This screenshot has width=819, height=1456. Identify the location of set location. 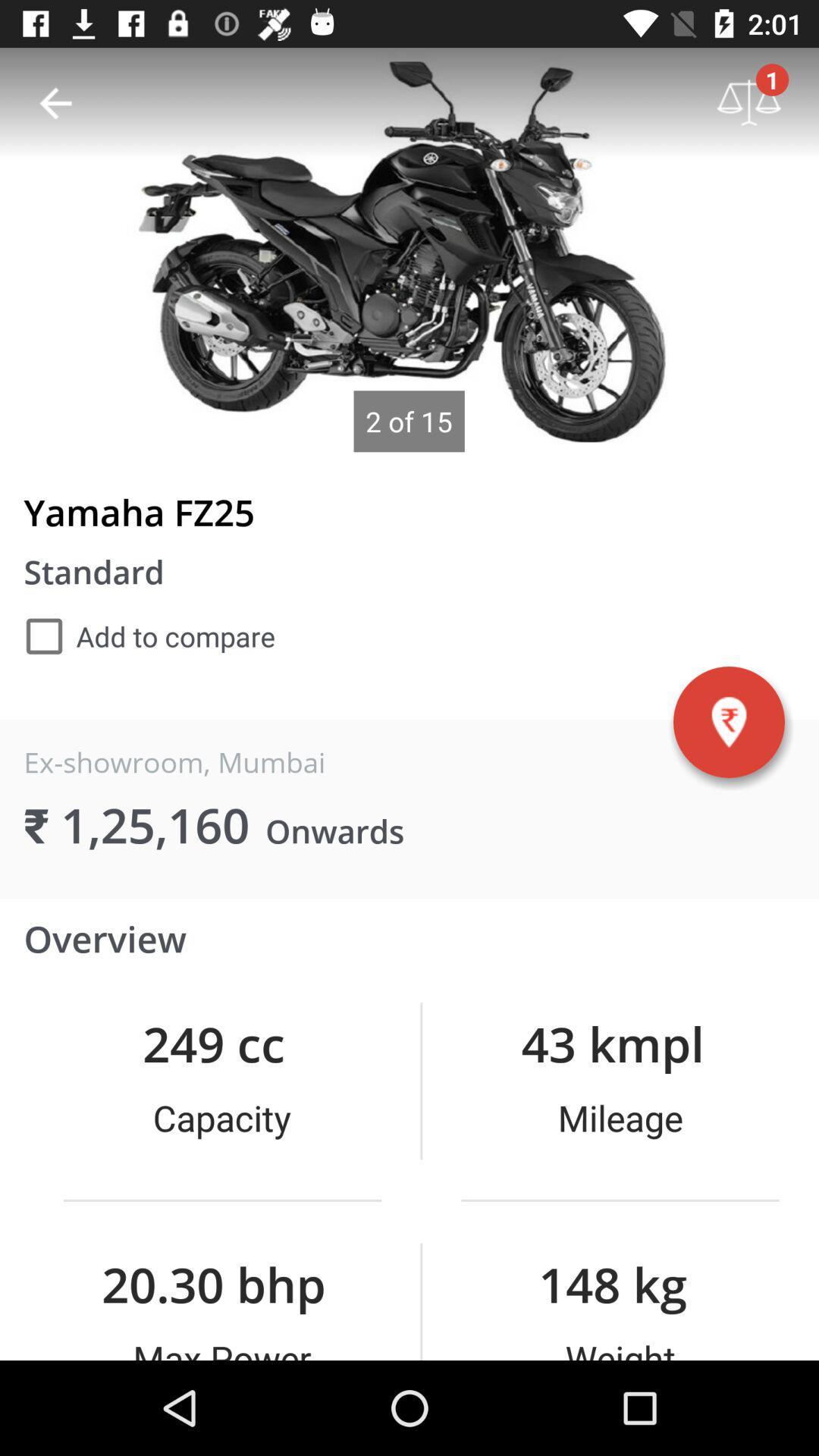
(728, 721).